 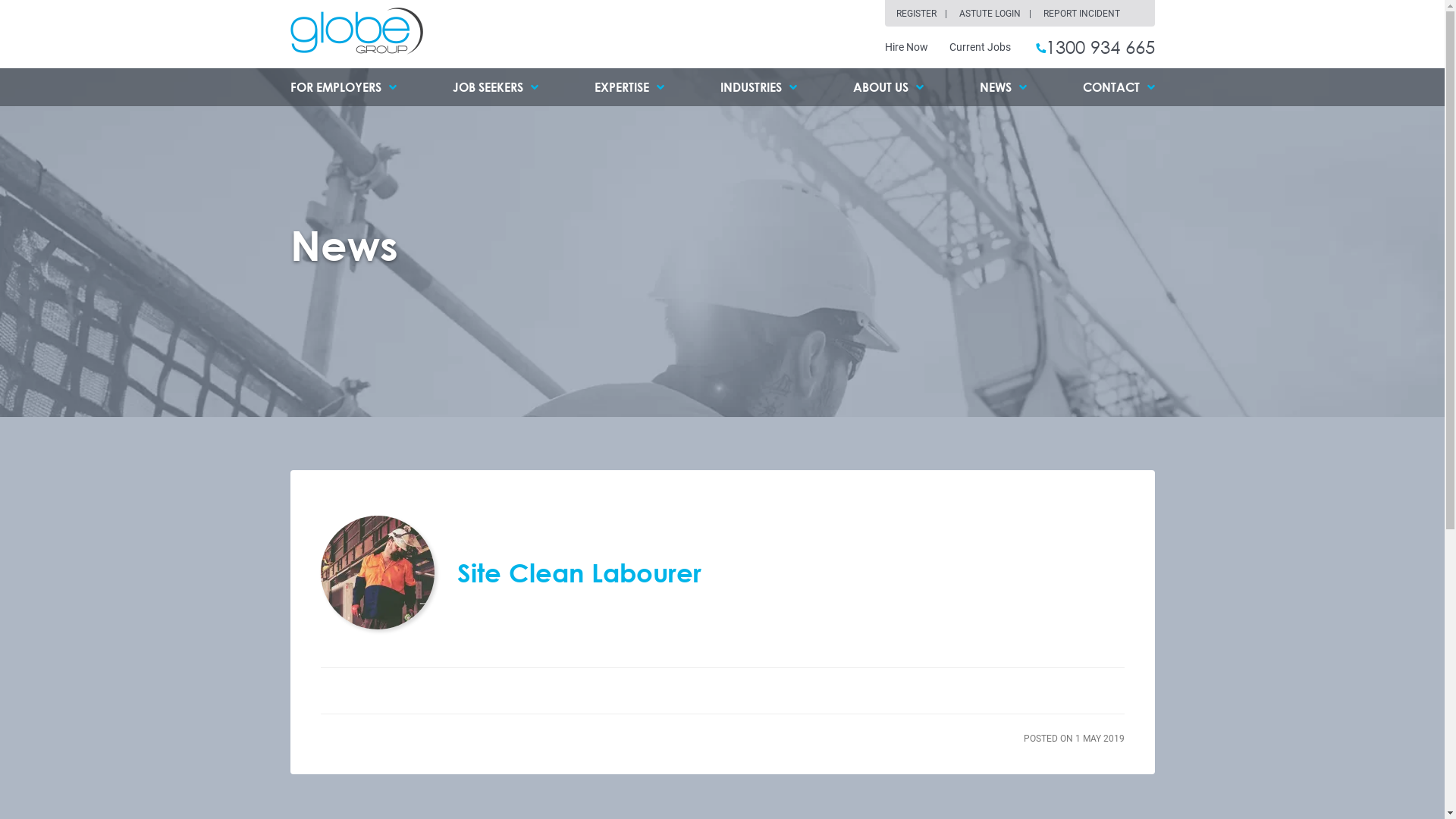 What do you see at coordinates (884, 45) in the screenshot?
I see `'Hire Now'` at bounding box center [884, 45].